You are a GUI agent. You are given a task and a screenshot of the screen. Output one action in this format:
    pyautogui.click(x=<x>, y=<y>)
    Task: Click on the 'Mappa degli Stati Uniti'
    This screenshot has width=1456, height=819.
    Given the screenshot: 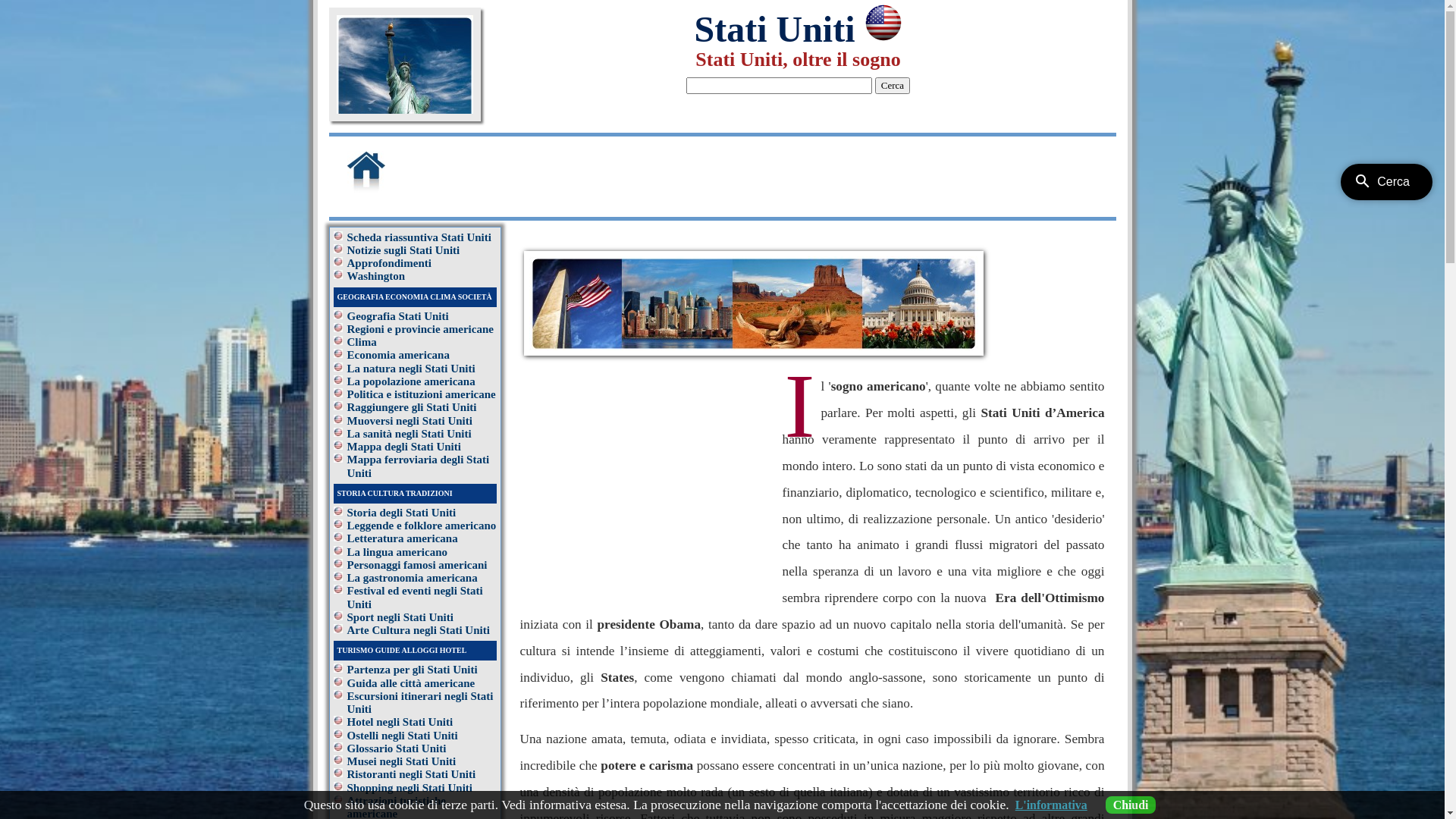 What is the action you would take?
    pyautogui.click(x=346, y=446)
    